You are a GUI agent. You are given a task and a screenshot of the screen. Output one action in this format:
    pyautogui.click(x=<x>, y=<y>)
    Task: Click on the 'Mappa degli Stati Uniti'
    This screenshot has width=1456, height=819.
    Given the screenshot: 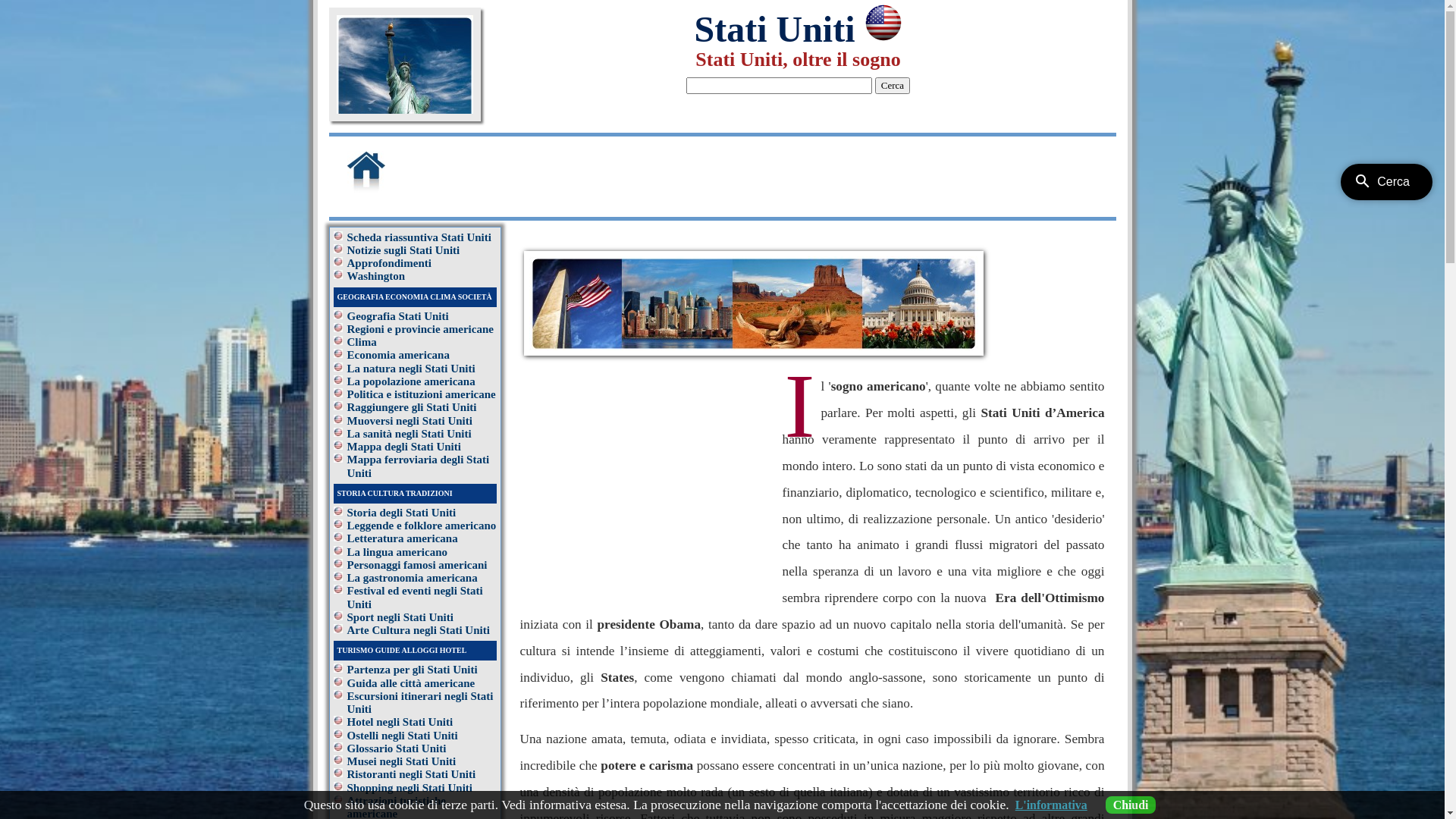 What is the action you would take?
    pyautogui.click(x=346, y=446)
    